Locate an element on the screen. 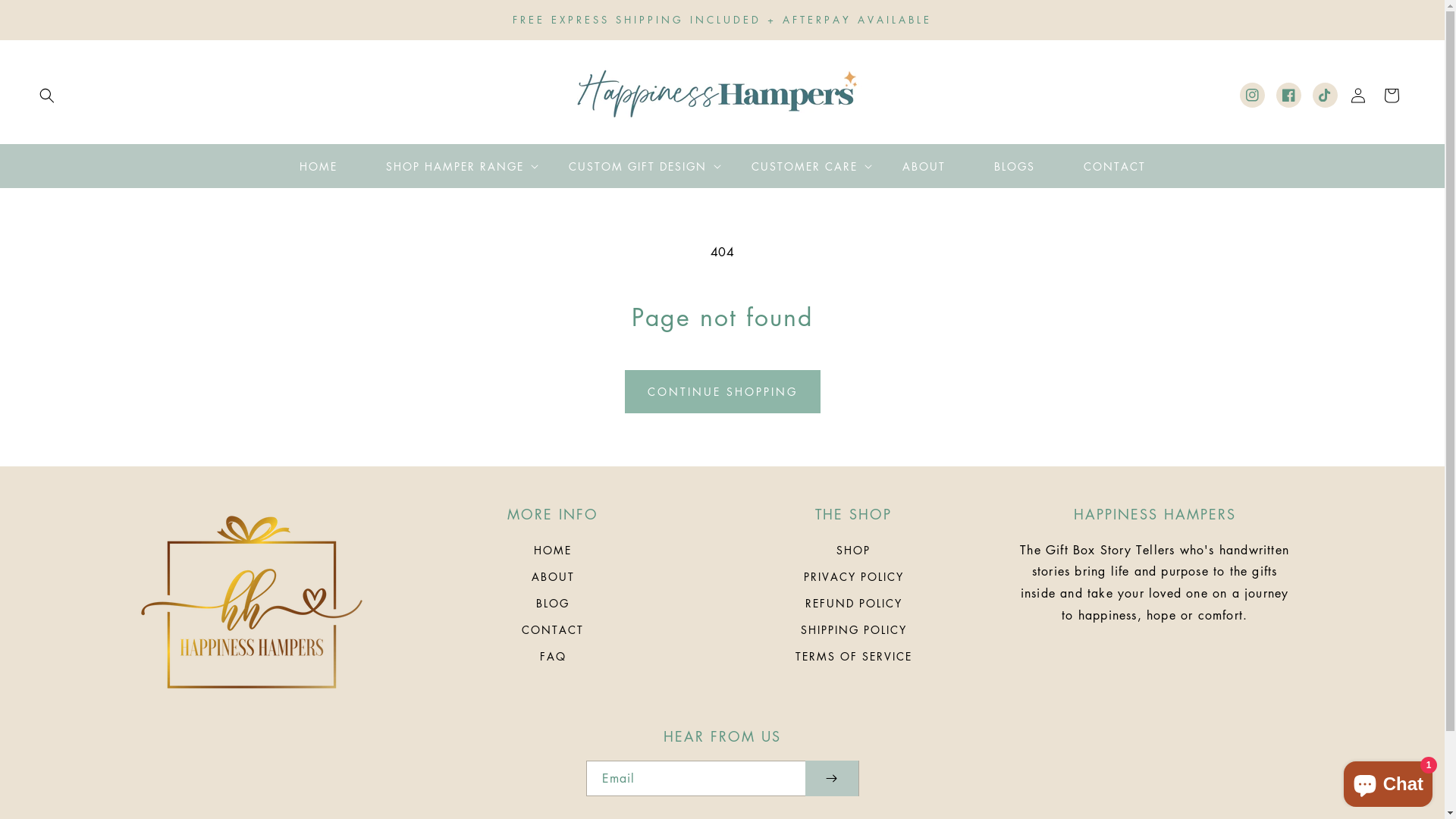 This screenshot has height=819, width=1456. 'PRIVACY POLICY' is located at coordinates (854, 576).